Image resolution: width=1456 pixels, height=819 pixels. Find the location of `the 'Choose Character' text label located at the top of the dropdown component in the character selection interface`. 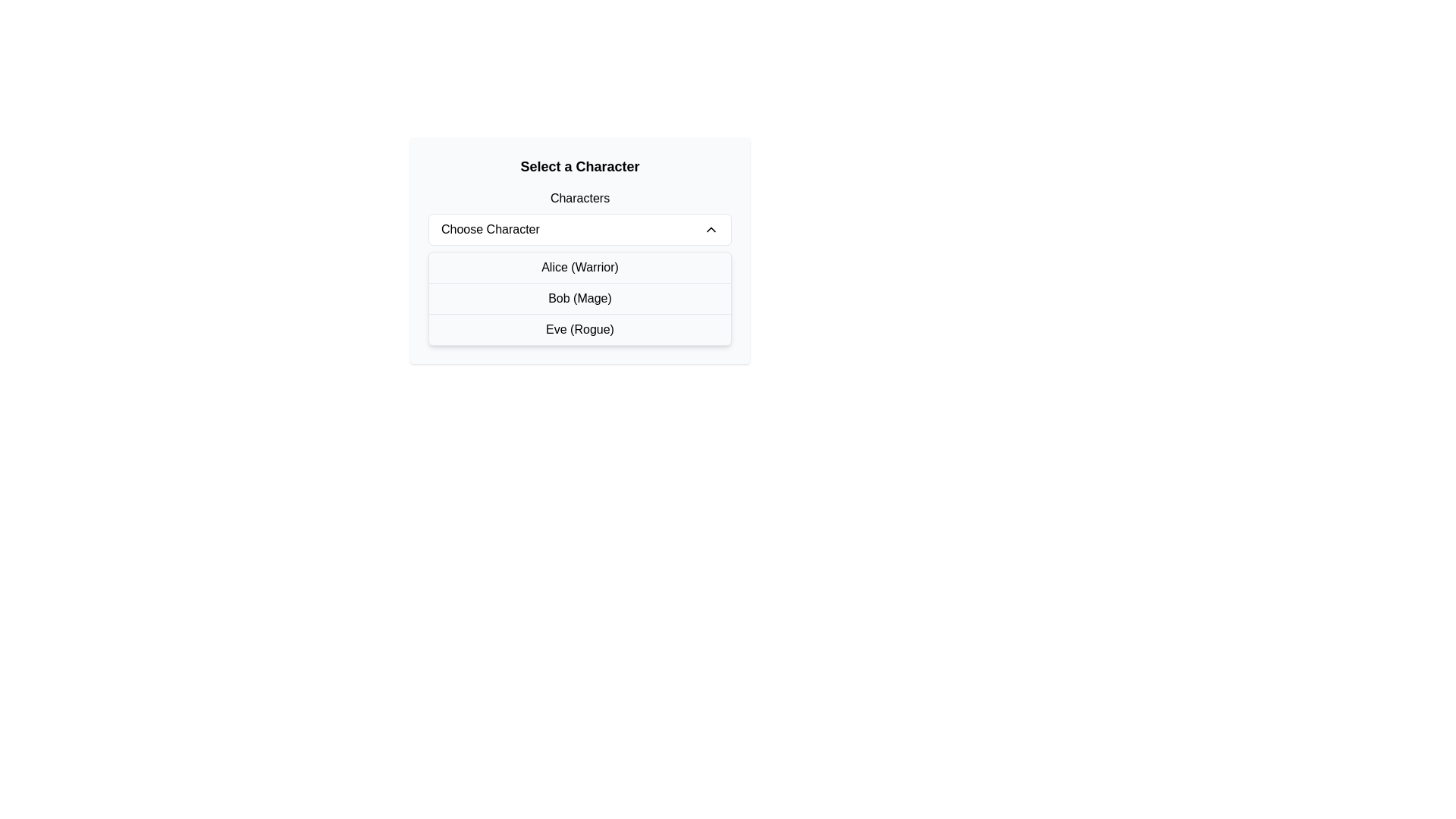

the 'Choose Character' text label located at the top of the dropdown component in the character selection interface is located at coordinates (490, 230).